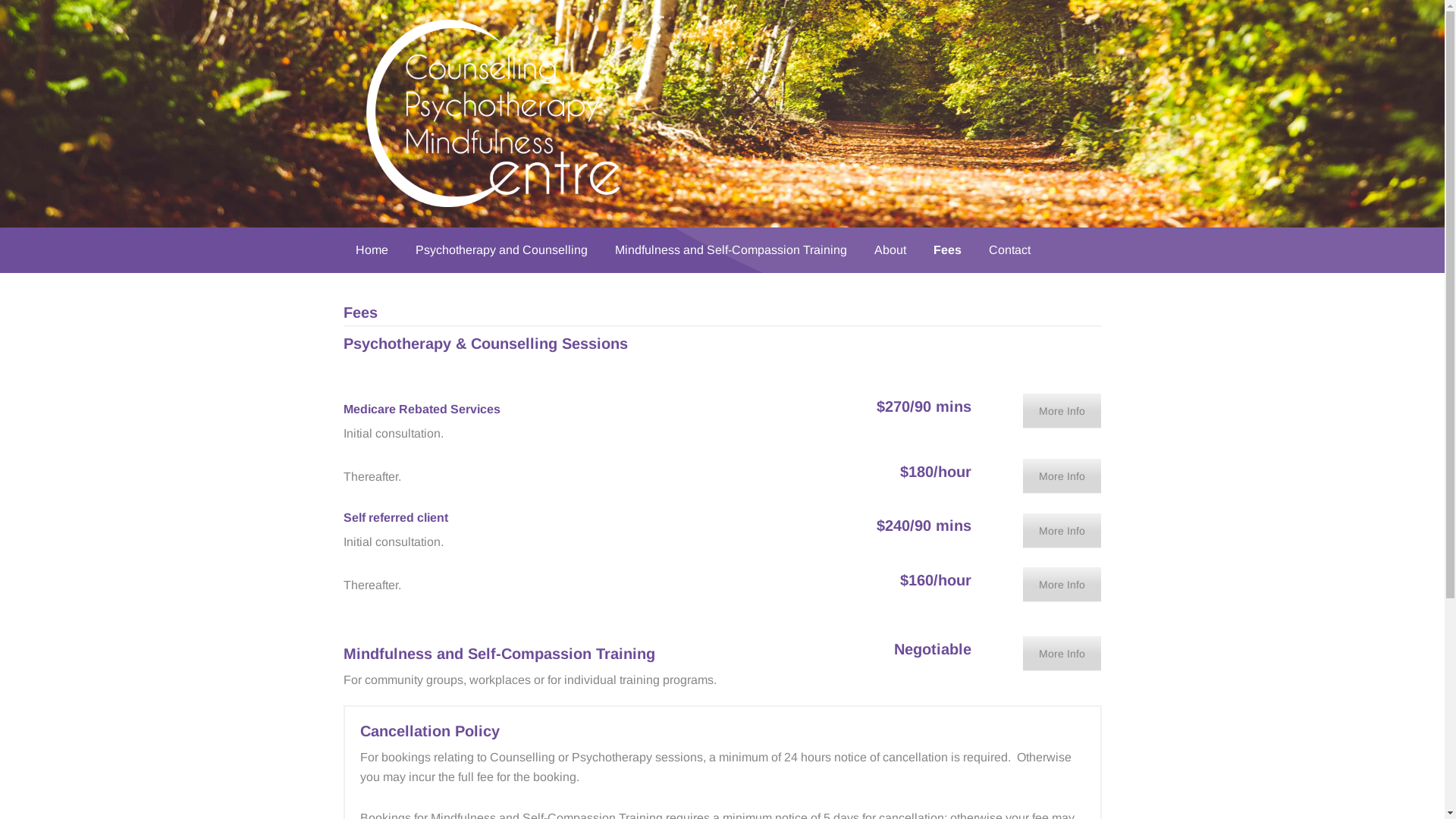 This screenshot has height=819, width=1456. What do you see at coordinates (1009, 249) in the screenshot?
I see `'Contact'` at bounding box center [1009, 249].